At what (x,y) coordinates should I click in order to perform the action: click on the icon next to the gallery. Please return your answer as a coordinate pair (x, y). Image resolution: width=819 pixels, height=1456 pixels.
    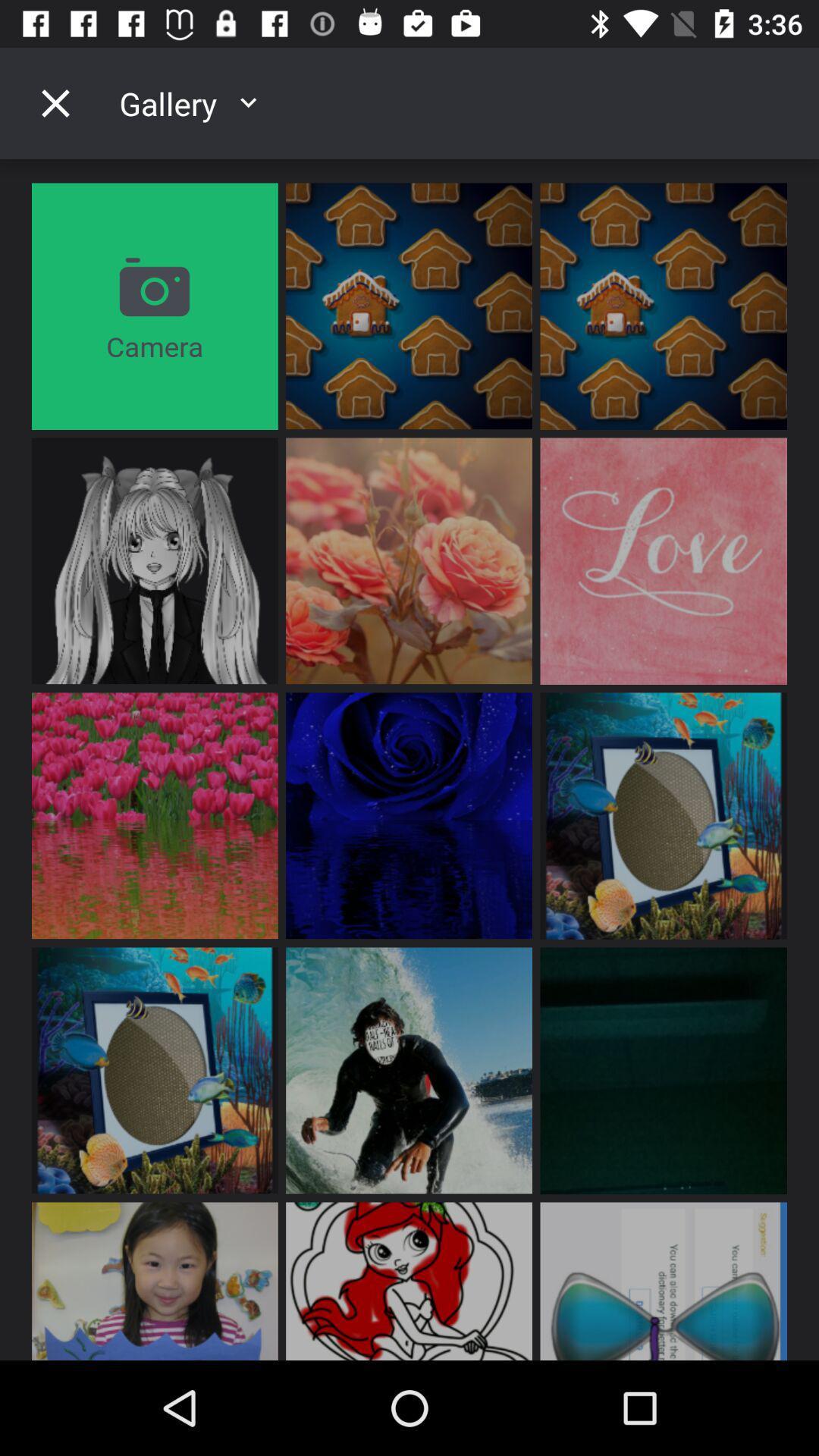
    Looking at the image, I should click on (55, 102).